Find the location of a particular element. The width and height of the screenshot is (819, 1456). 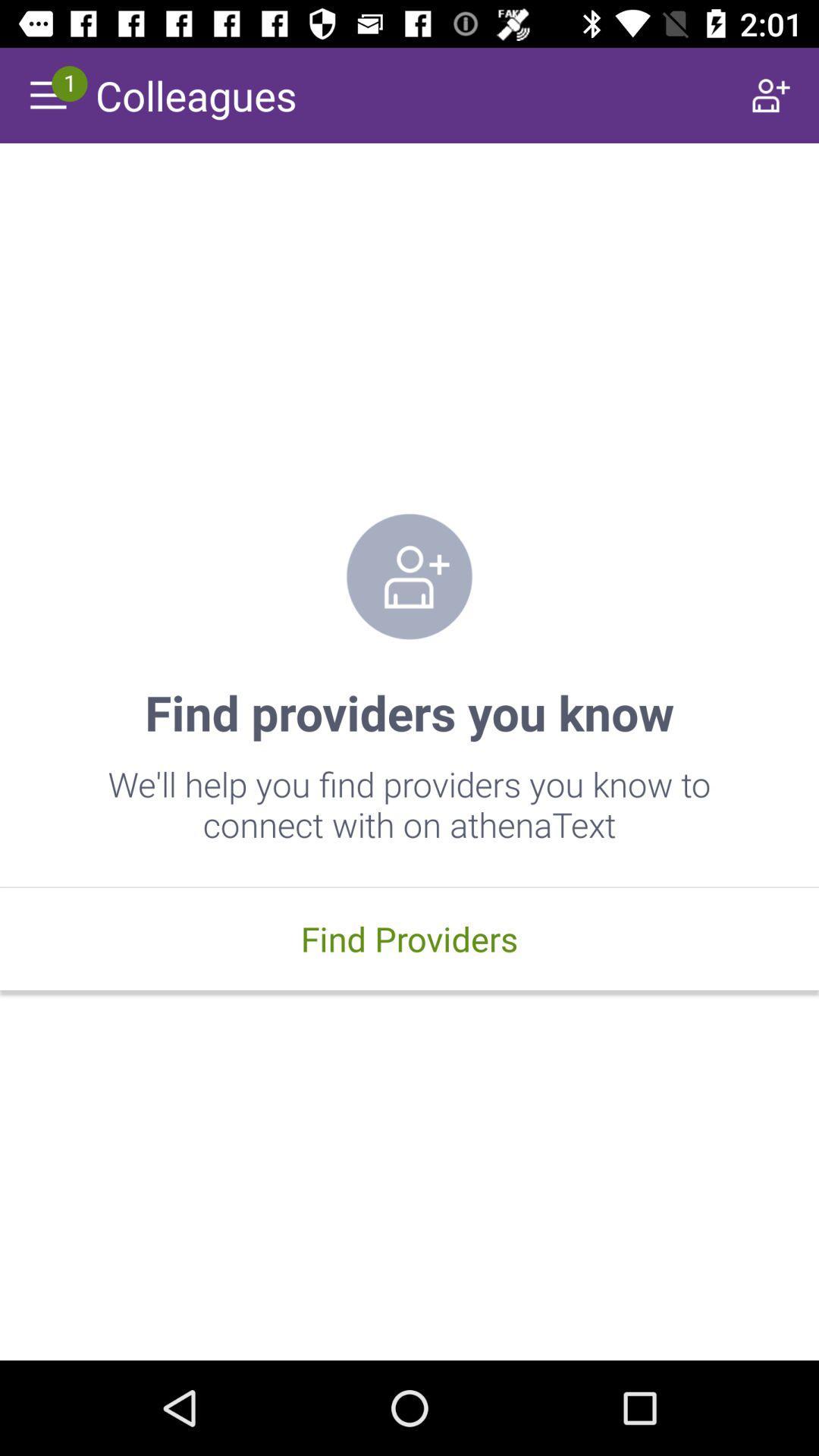

the item at the top right corner is located at coordinates (771, 94).